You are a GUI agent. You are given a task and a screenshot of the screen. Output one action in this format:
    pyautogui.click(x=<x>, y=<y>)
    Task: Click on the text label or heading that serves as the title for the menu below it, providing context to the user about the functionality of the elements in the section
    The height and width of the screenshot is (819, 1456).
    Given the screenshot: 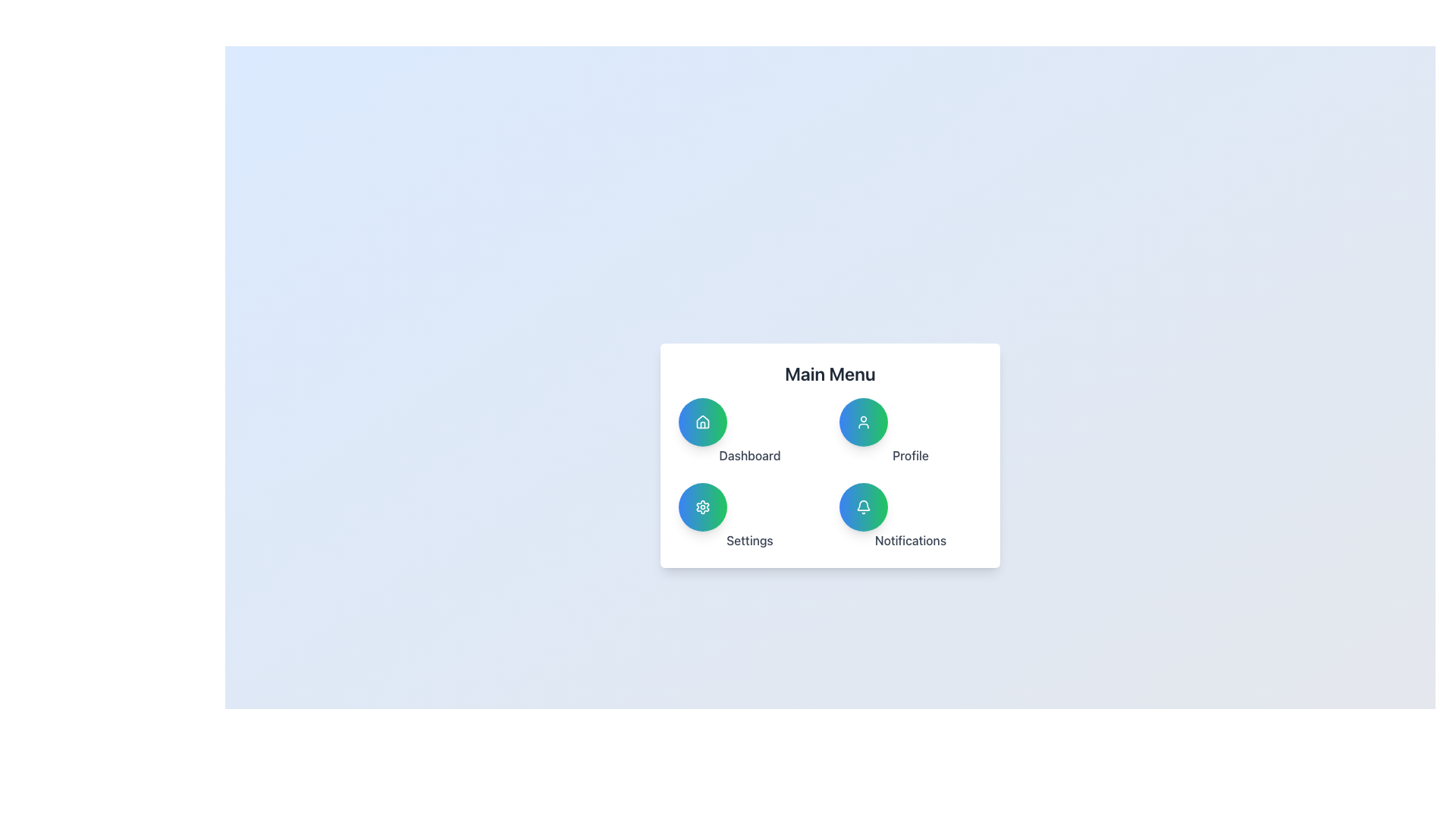 What is the action you would take?
    pyautogui.click(x=829, y=374)
    